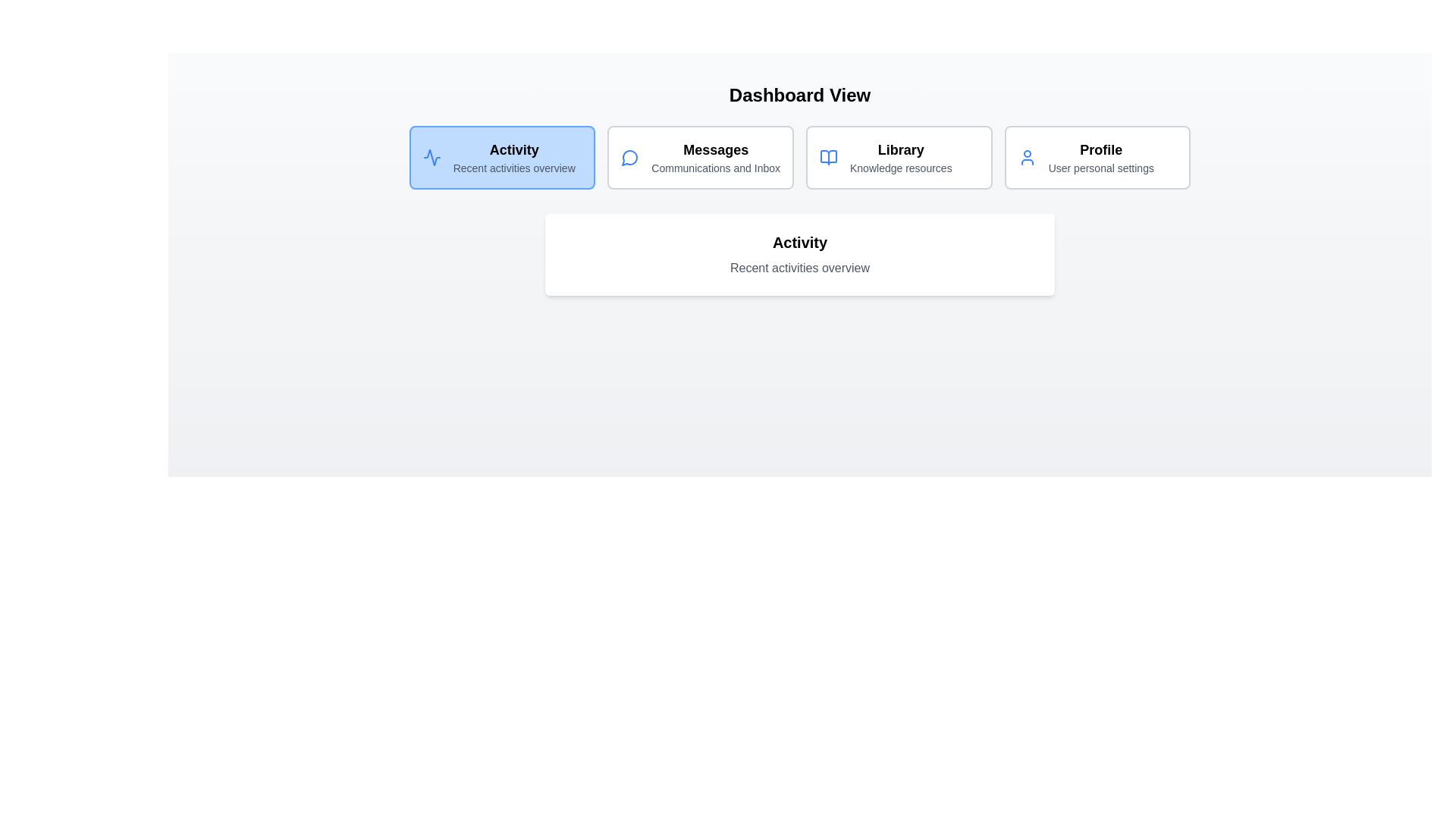  What do you see at coordinates (1027, 158) in the screenshot?
I see `the icon representing the section Profile` at bounding box center [1027, 158].